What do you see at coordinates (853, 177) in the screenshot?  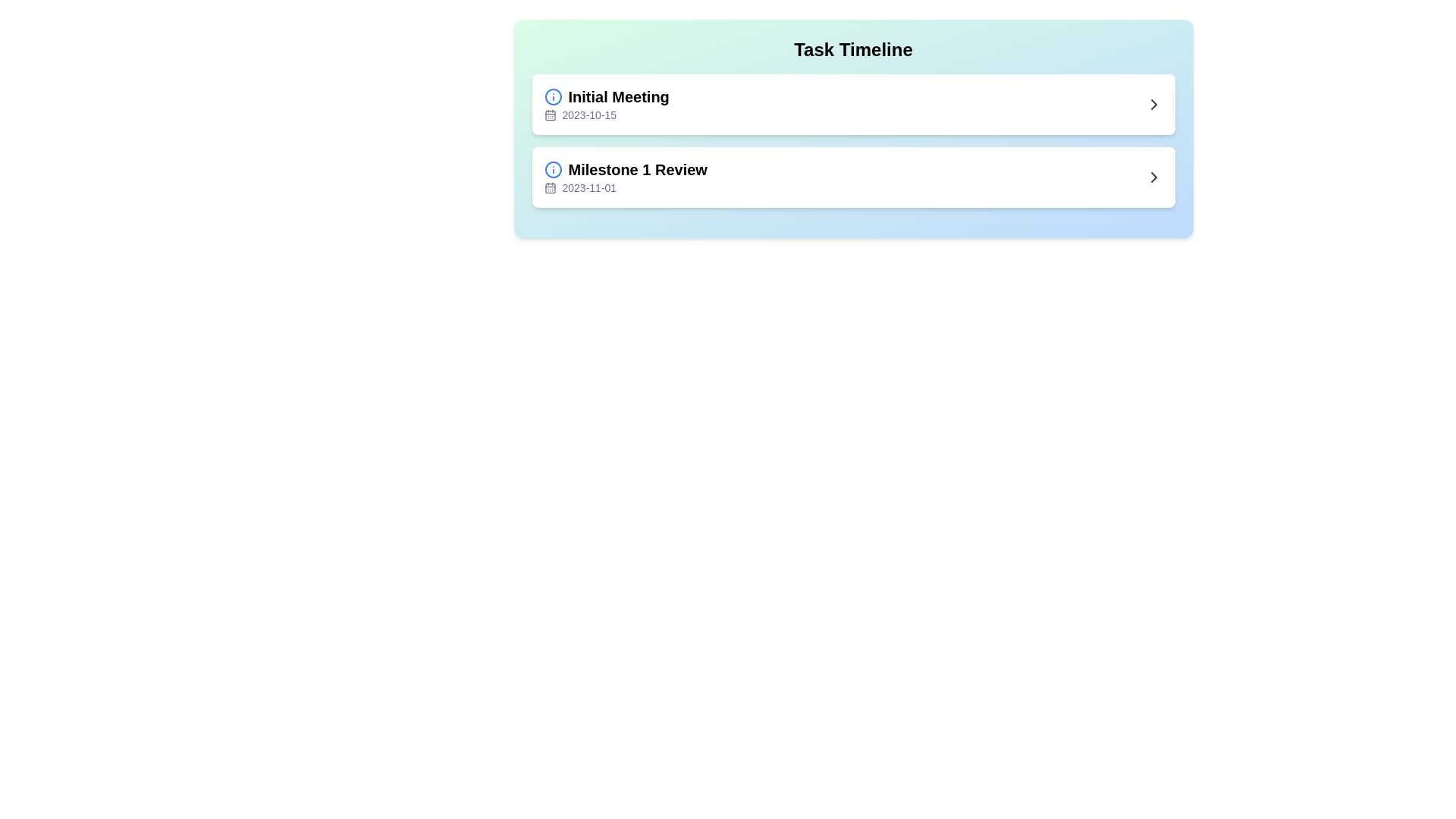 I see `the clickable list item labeled 'Milestone 1 Review' in the task timeline` at bounding box center [853, 177].